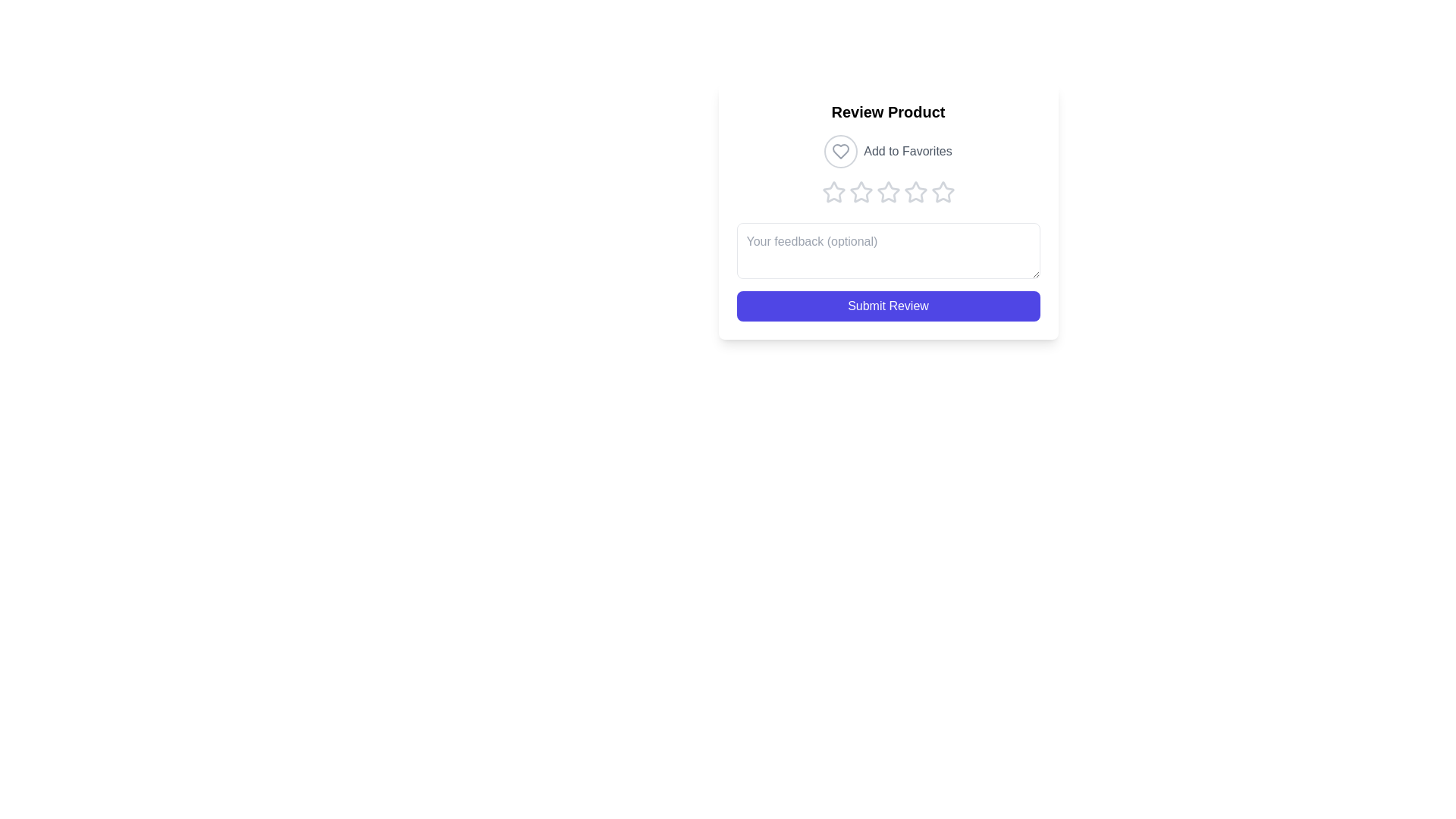  I want to click on the clickable star icon, which is the first star in a five-star rating group, located below the 'Add to Favorites' section within the 'Review Product' card, so click(833, 192).